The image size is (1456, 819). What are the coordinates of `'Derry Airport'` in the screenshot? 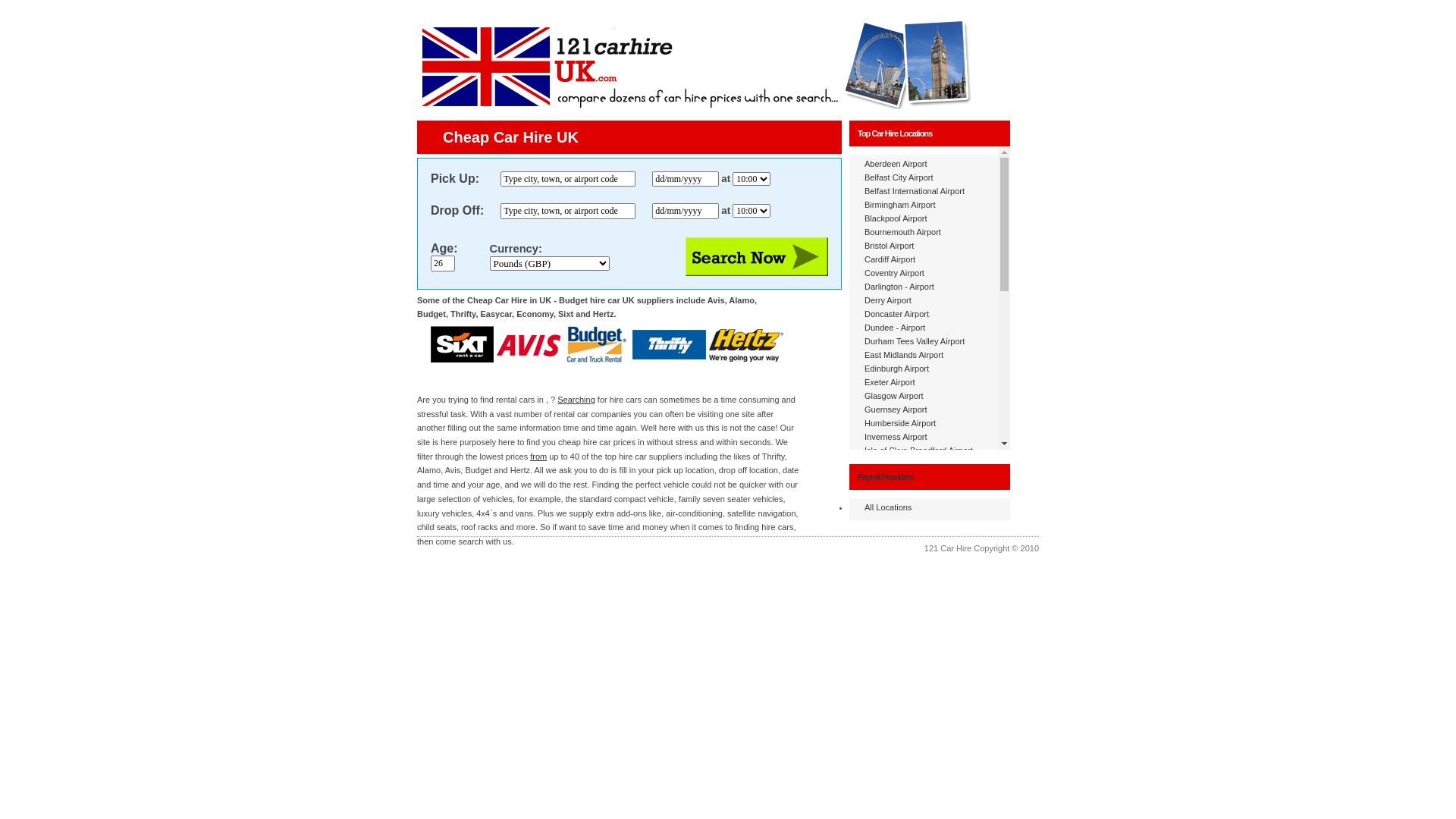 It's located at (888, 300).